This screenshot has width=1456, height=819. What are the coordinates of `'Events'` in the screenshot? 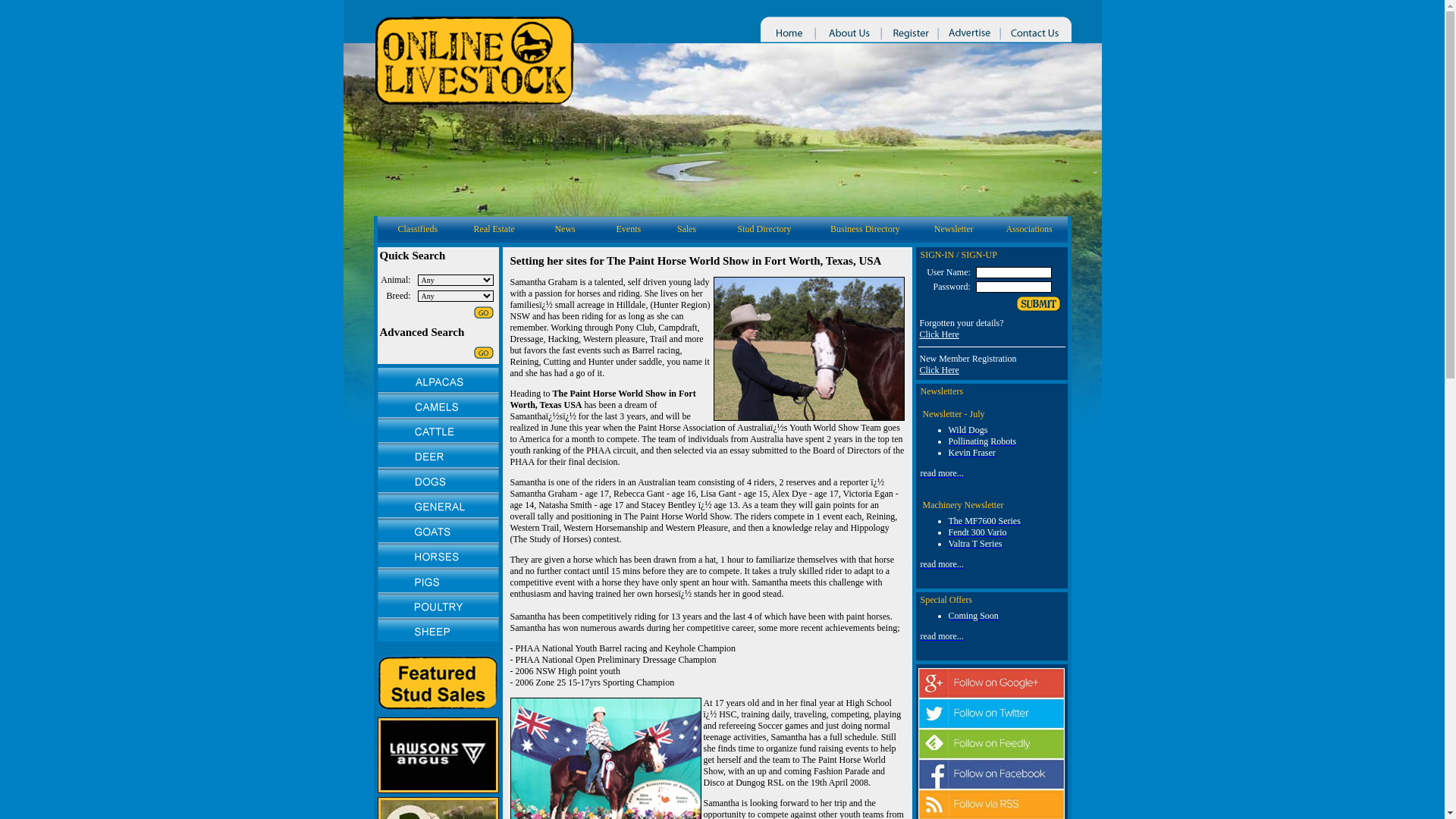 It's located at (629, 228).